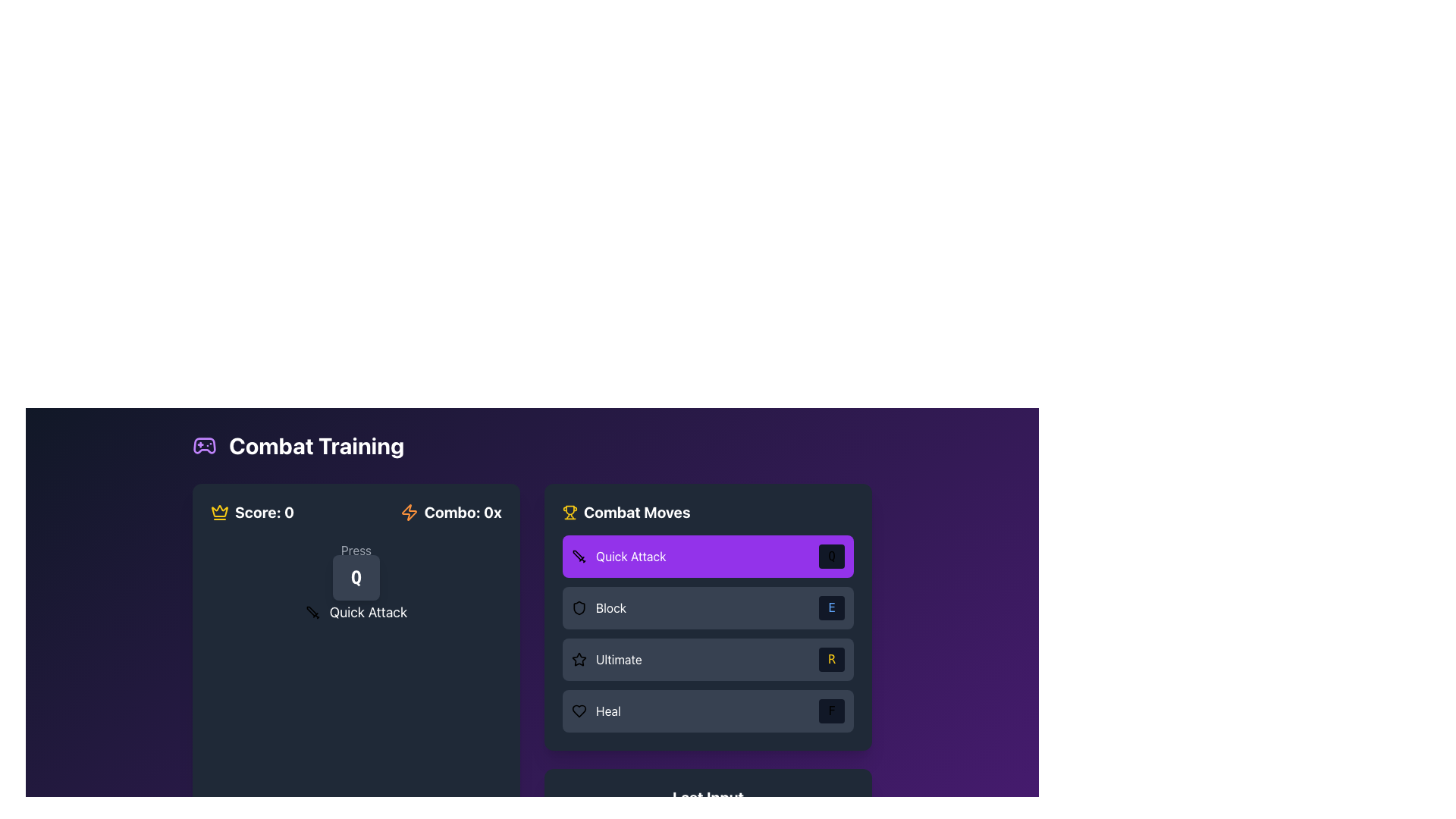  I want to click on the trophy icon located in the 'Combat Moves' section, which symbolizes achievement or a goal, so click(570, 510).